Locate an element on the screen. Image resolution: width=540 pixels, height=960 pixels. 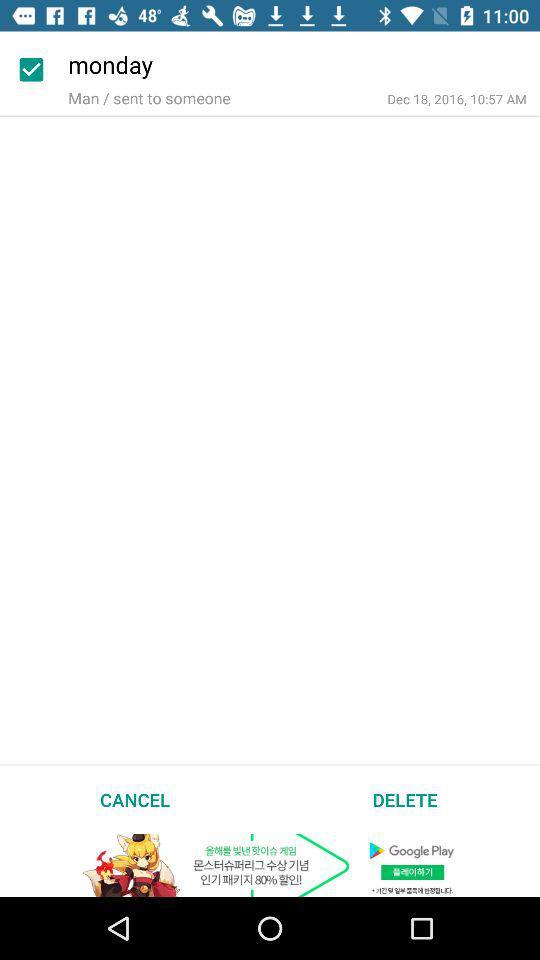
item below monday item is located at coordinates (457, 99).